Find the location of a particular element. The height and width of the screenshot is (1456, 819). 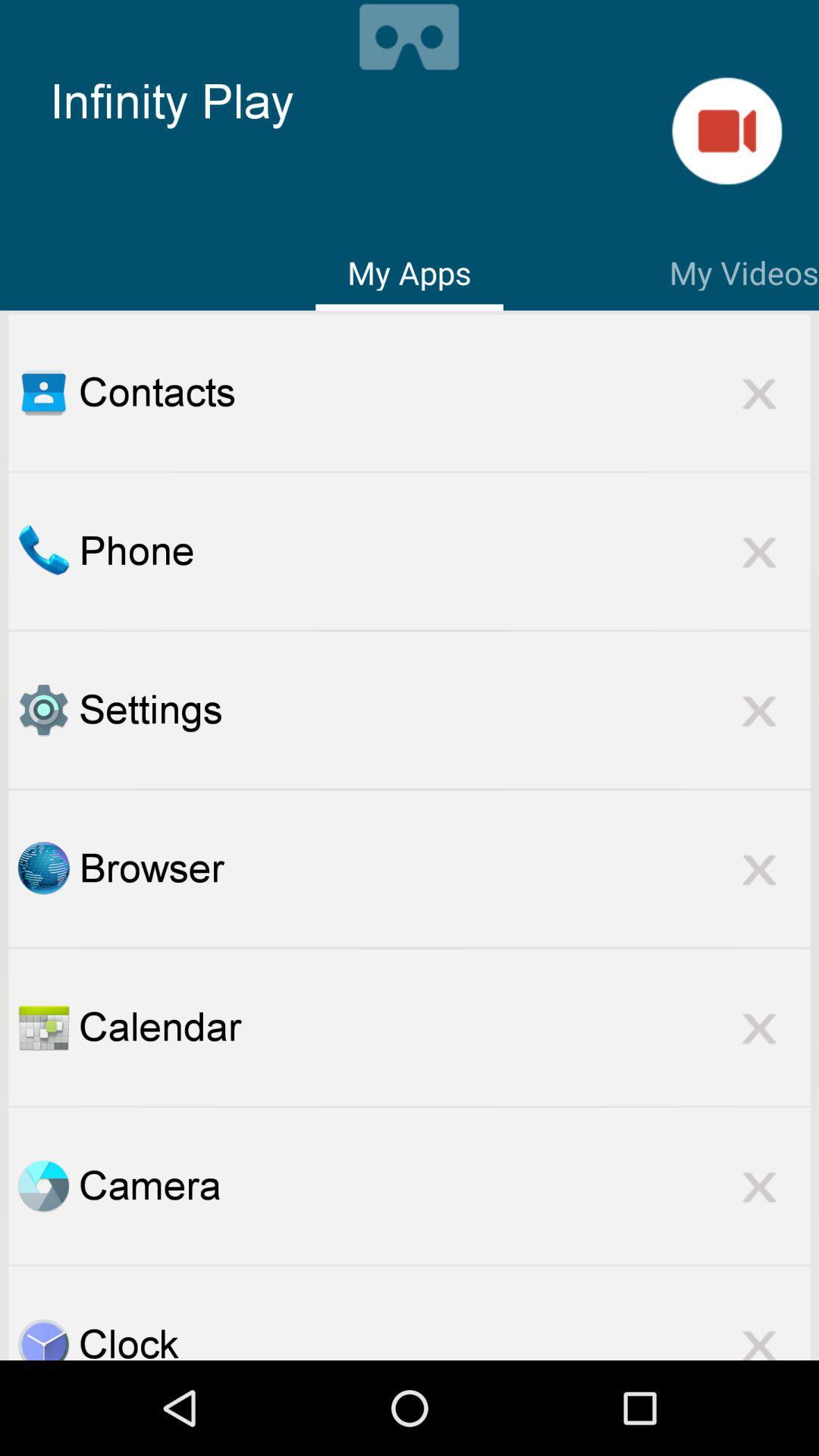

to delete is located at coordinates (759, 1335).